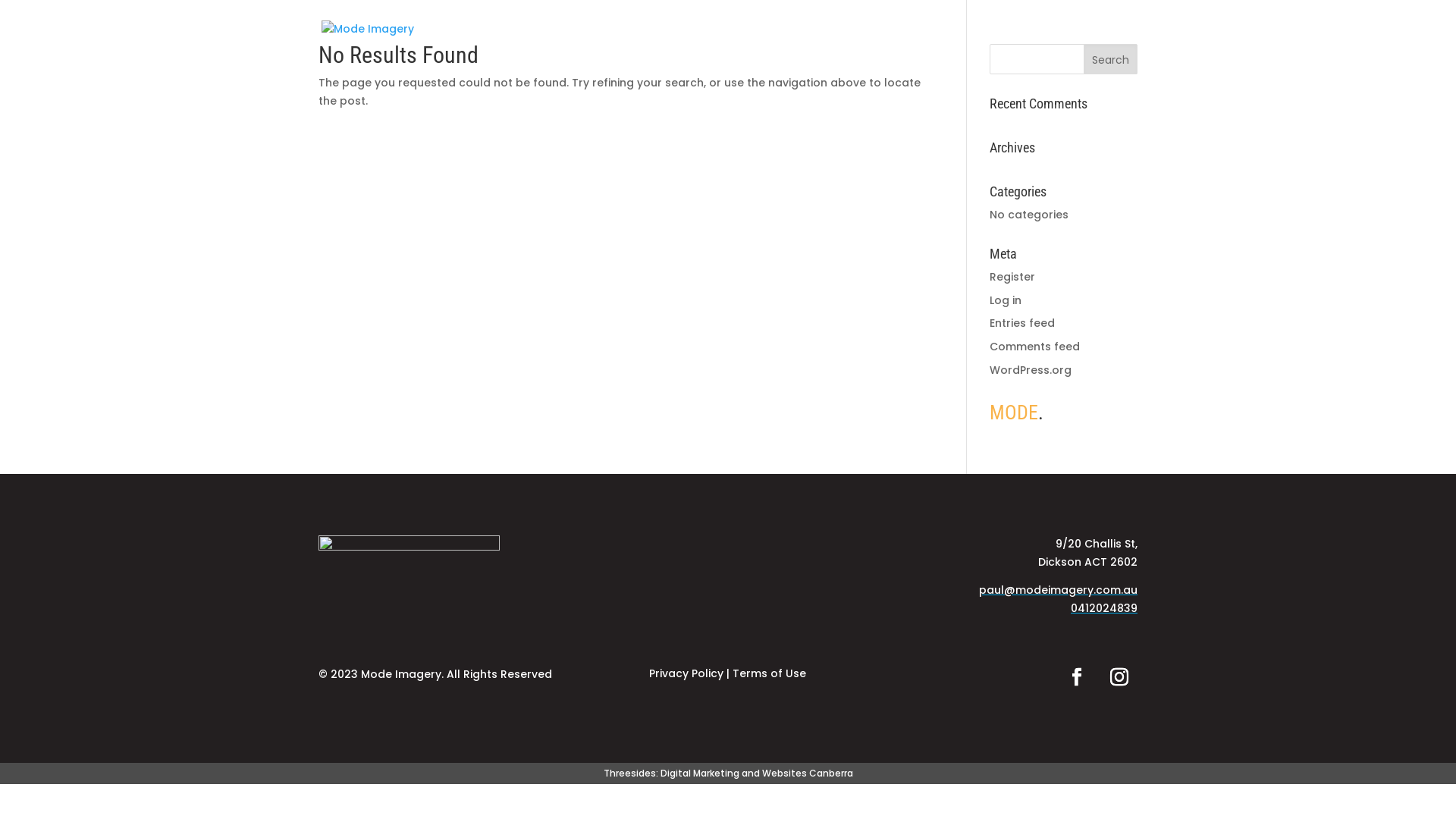 Image resolution: width=1456 pixels, height=819 pixels. I want to click on 'Asset 2', so click(409, 576).